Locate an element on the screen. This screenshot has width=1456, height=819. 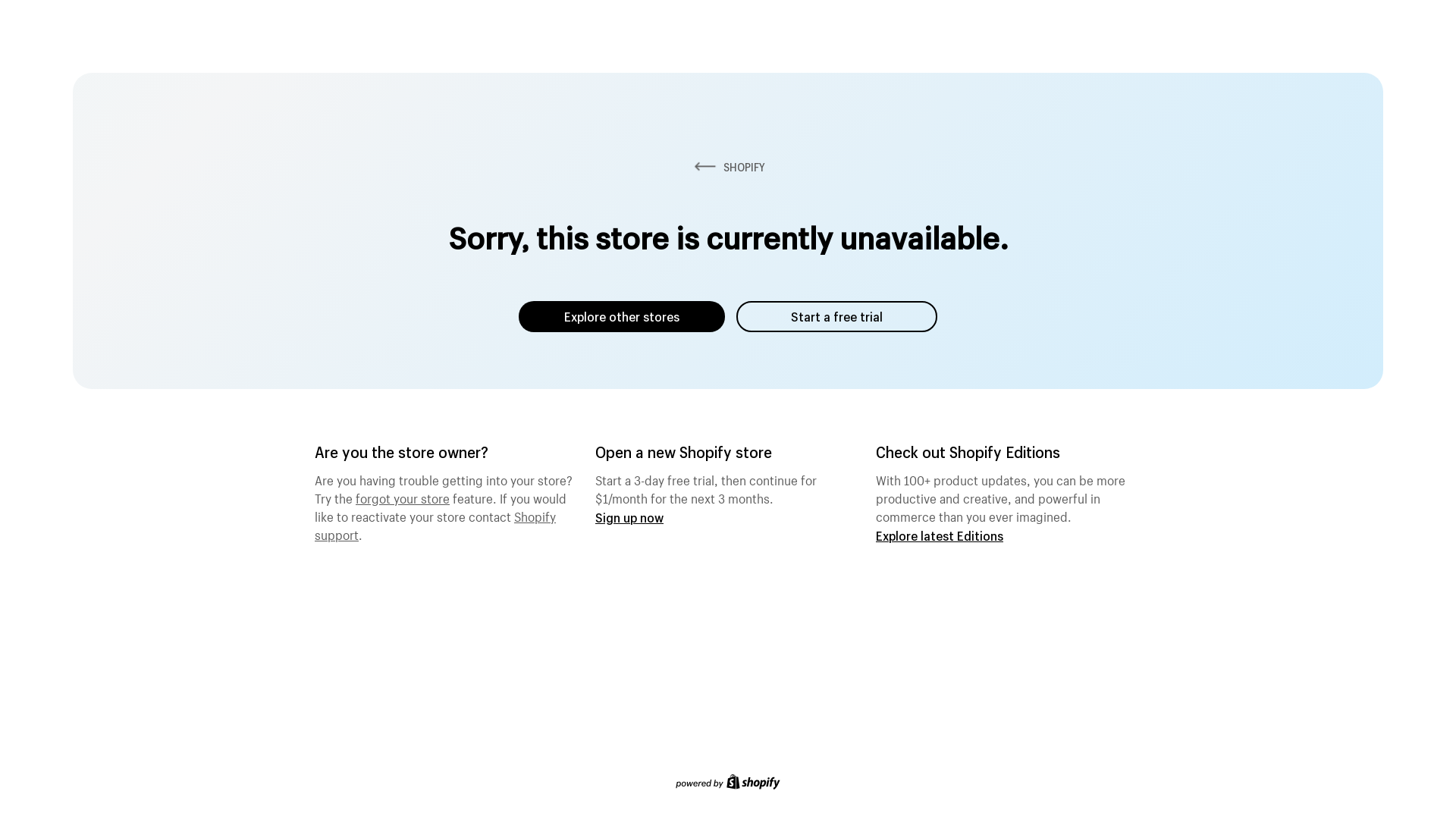
'Sign up now' is located at coordinates (629, 516).